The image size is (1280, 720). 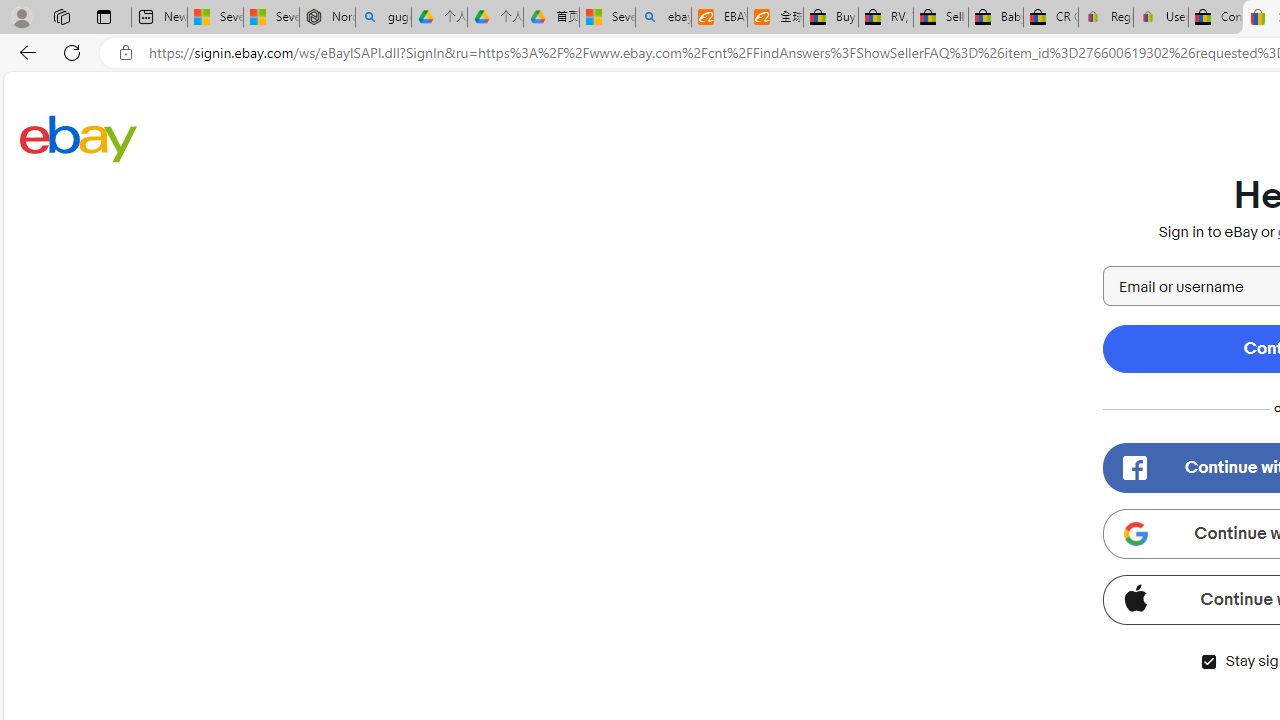 I want to click on 'Buy Auto Parts & Accessories | eBay', so click(x=830, y=17).